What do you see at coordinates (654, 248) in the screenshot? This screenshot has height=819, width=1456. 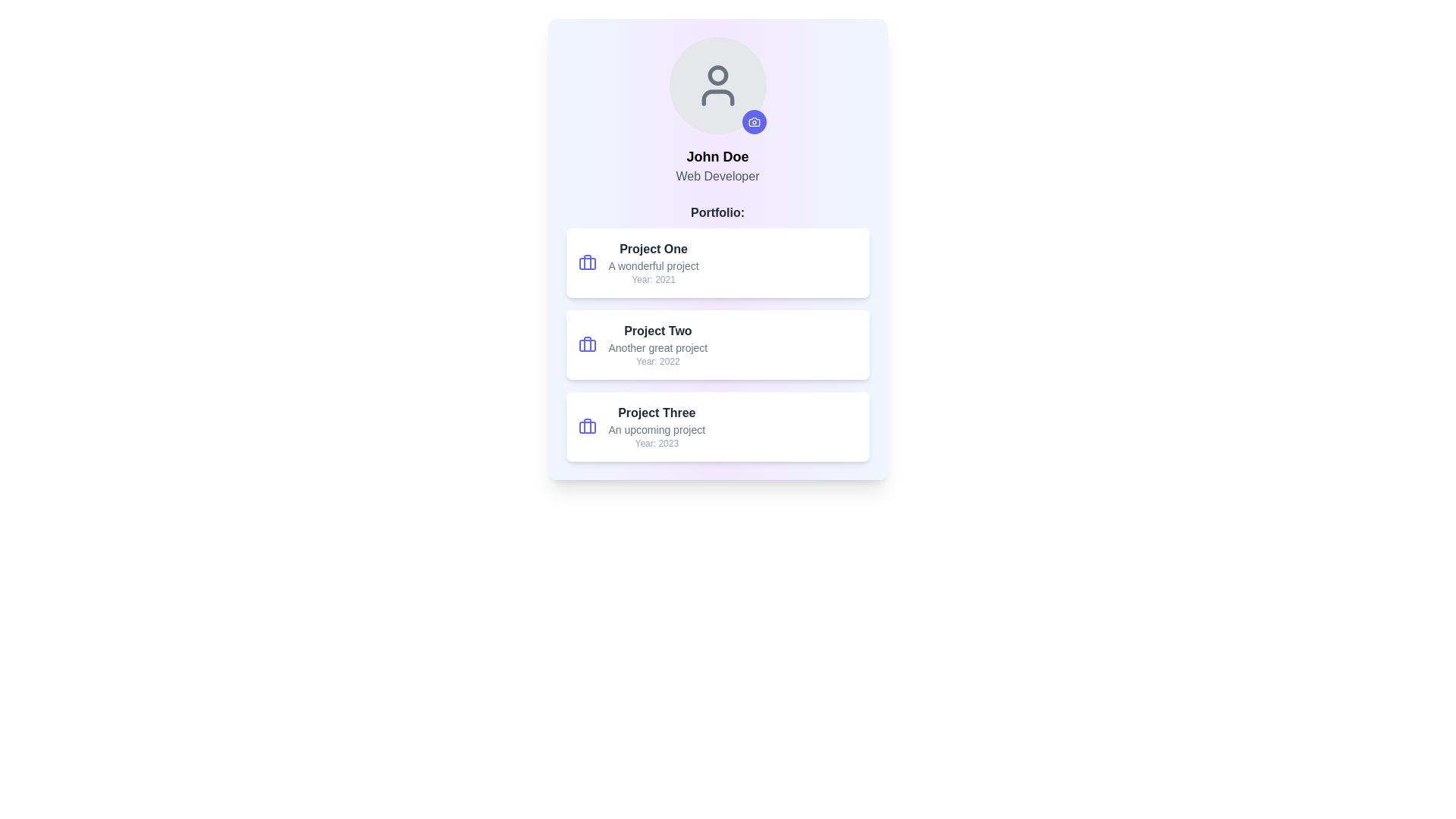 I see `the text label that serves as the title or heading of a project entry in the portfolio section` at bounding box center [654, 248].